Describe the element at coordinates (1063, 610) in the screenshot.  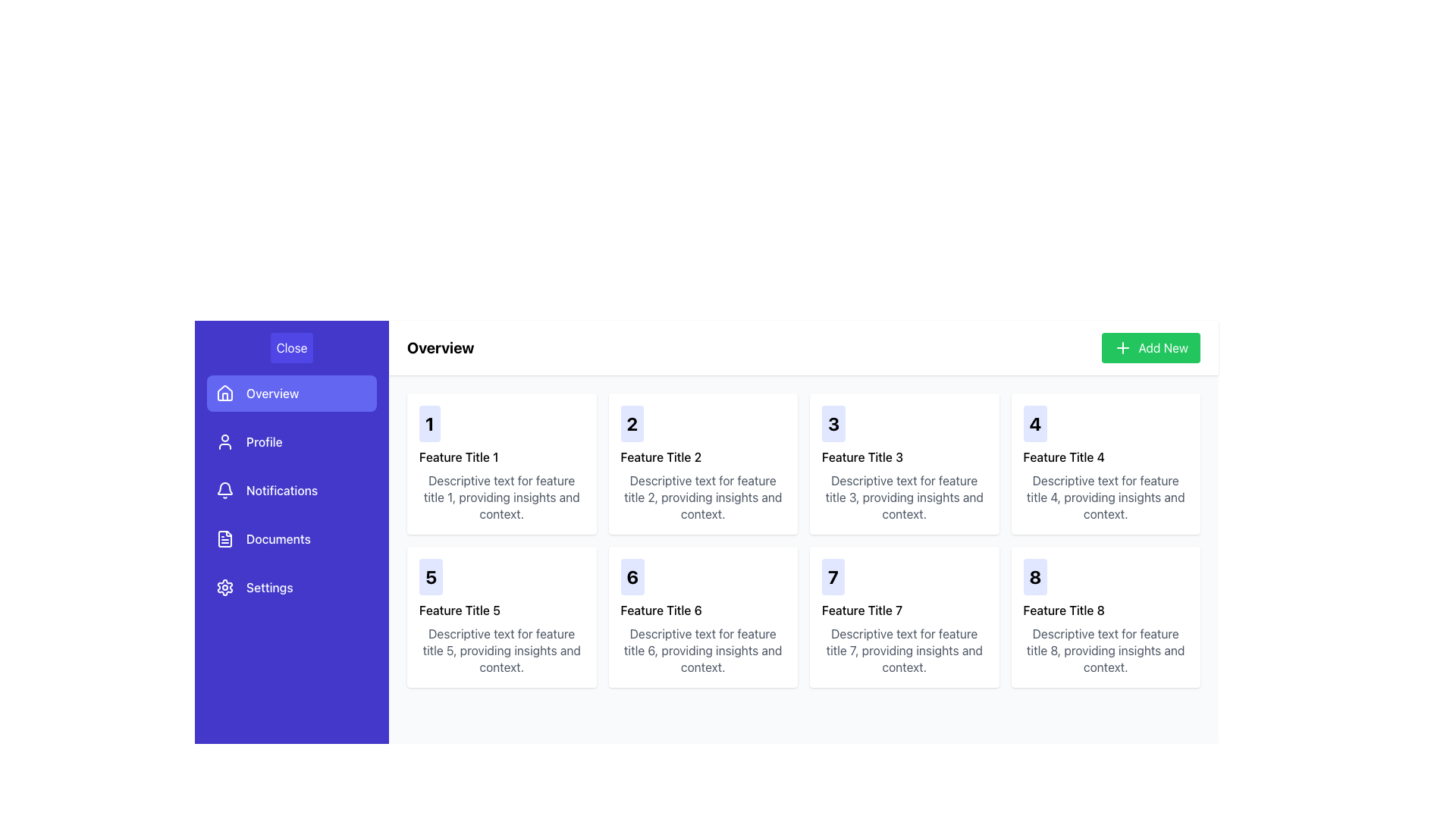
I see `the Text Label positioned in the top-right card of the grid layout, which serves as a title summarizing the card's content` at that location.